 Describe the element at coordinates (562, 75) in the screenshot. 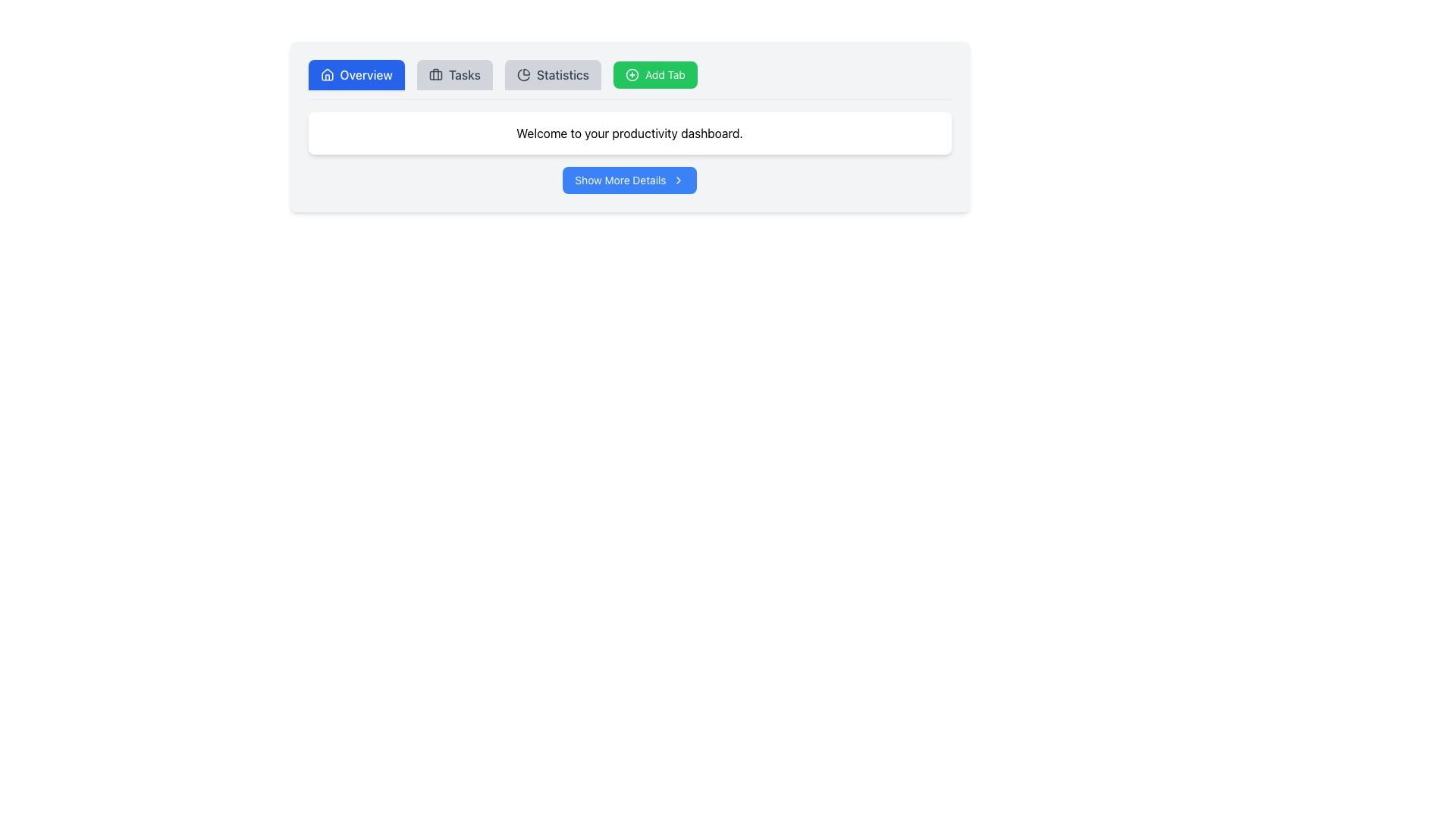

I see `the text label displaying 'Statistics' in the header navigation bar, which is styled to resemble a button and is flanked by 'Tasks' on the left and 'Add Tab' on the right` at that location.